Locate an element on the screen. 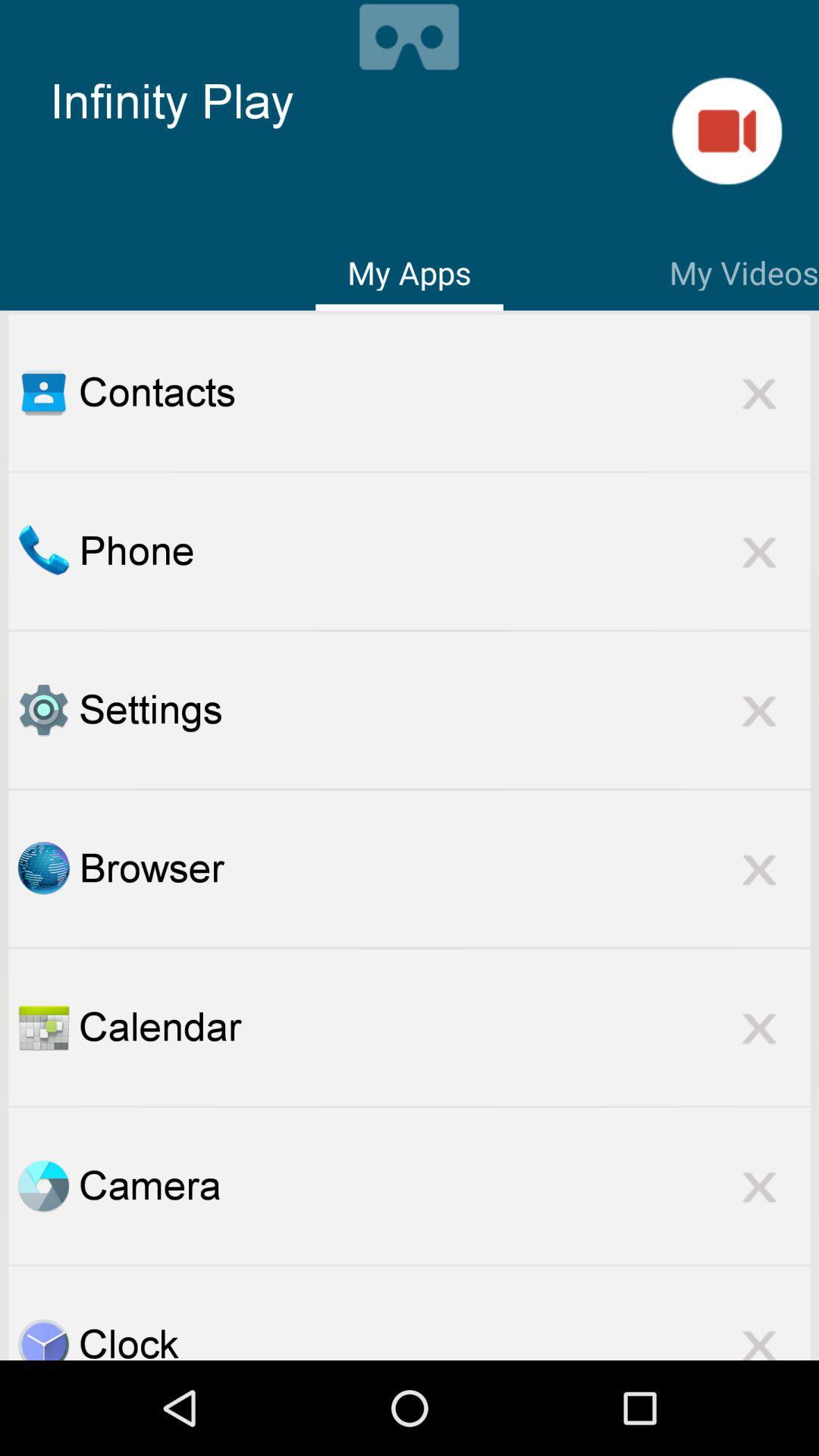 Image resolution: width=819 pixels, height=1456 pixels. the settings icon is located at coordinates (444, 709).